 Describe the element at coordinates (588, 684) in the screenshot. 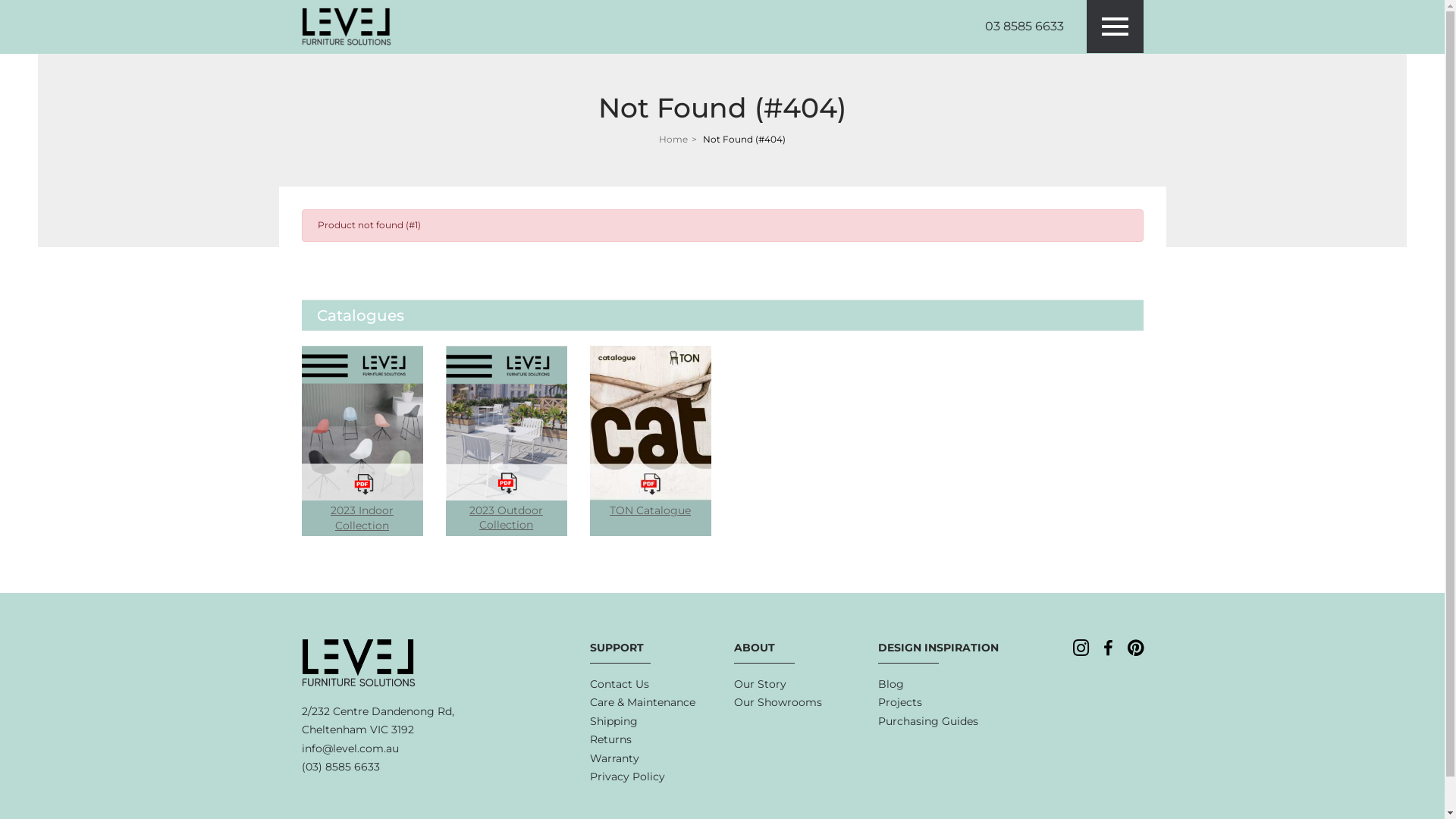

I see `'Contact Us'` at that location.